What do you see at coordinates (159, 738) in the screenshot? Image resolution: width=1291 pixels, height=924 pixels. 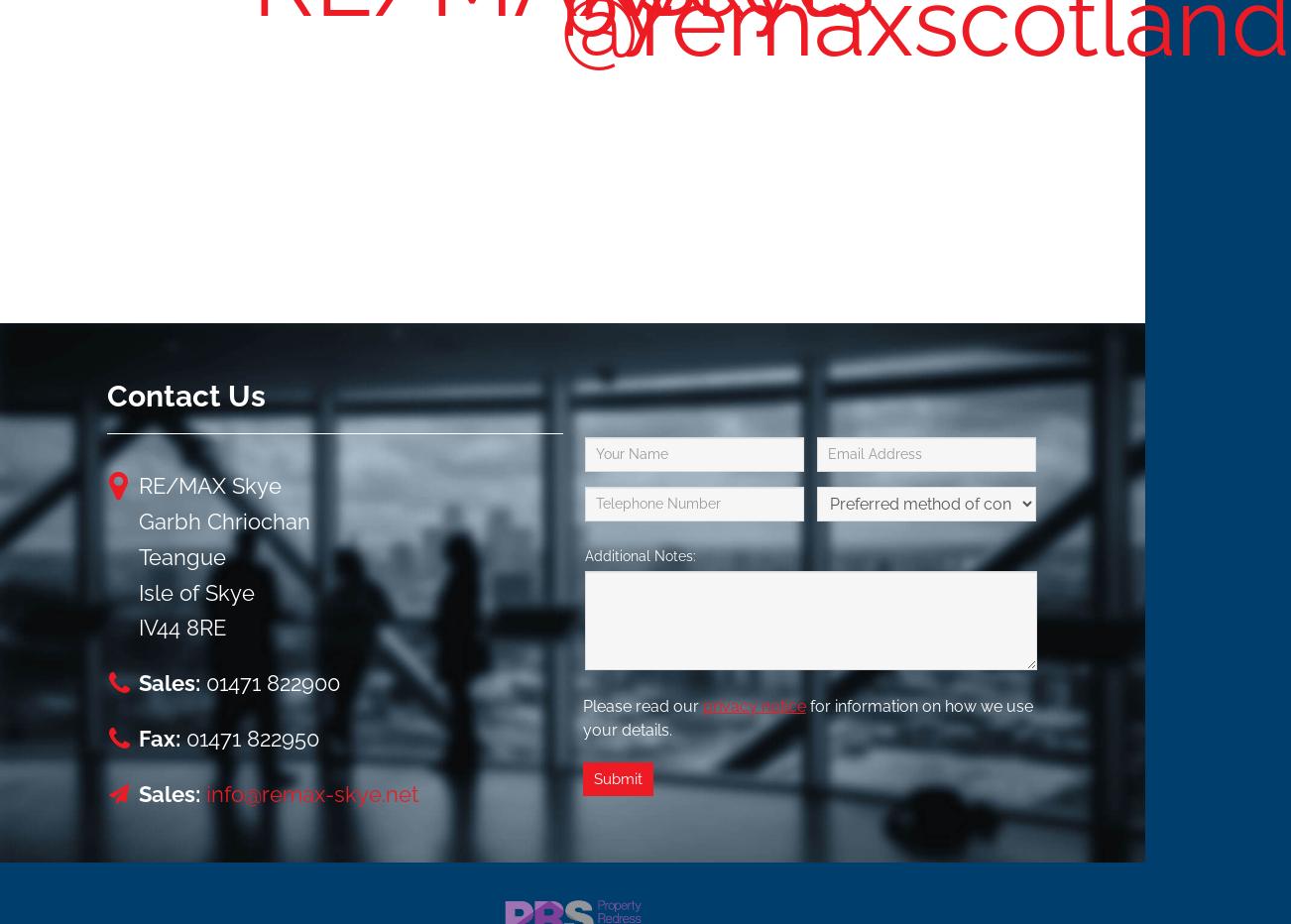 I see `'Fax:'` at bounding box center [159, 738].